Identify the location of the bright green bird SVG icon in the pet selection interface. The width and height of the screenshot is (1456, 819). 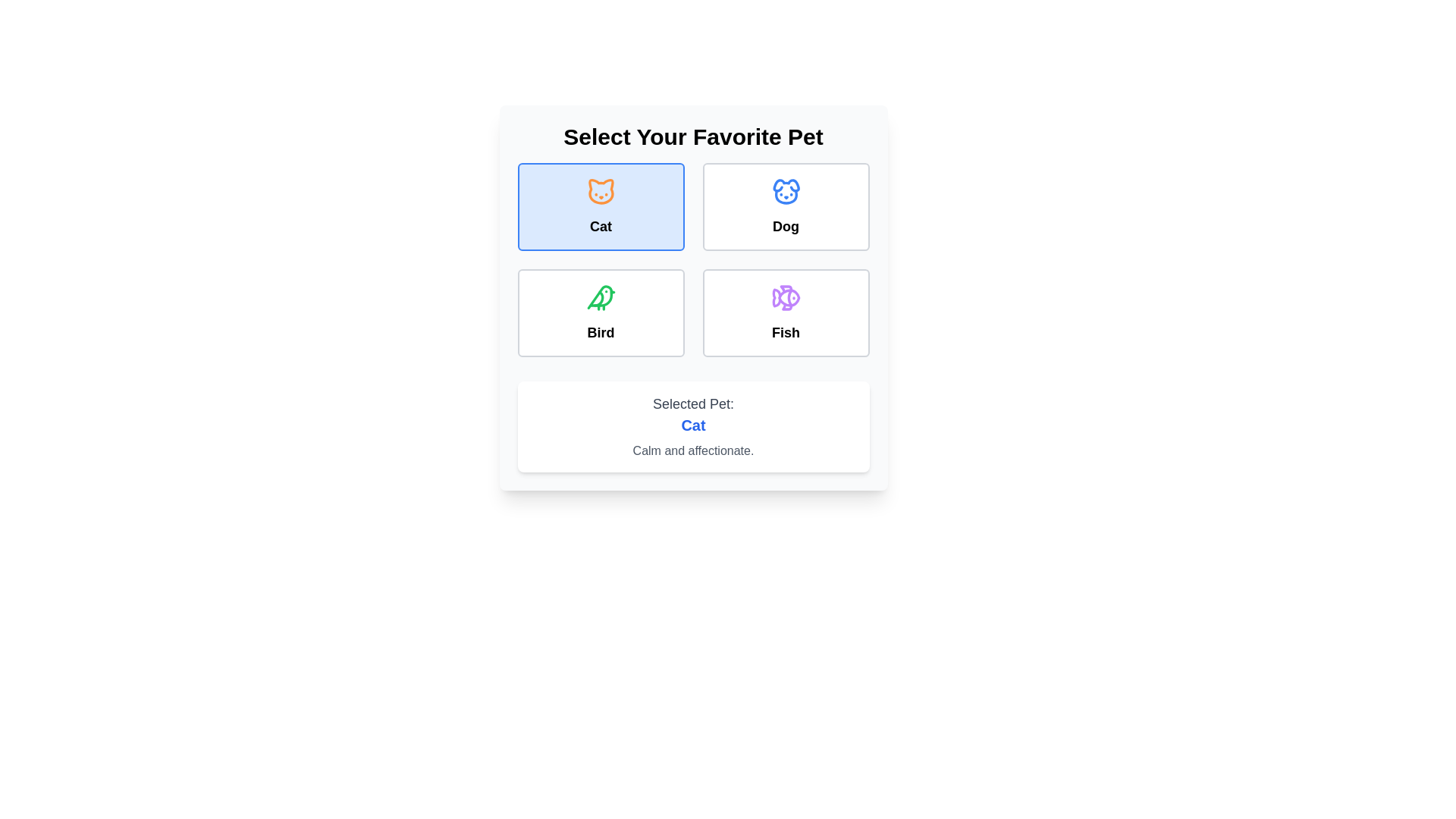
(600, 298).